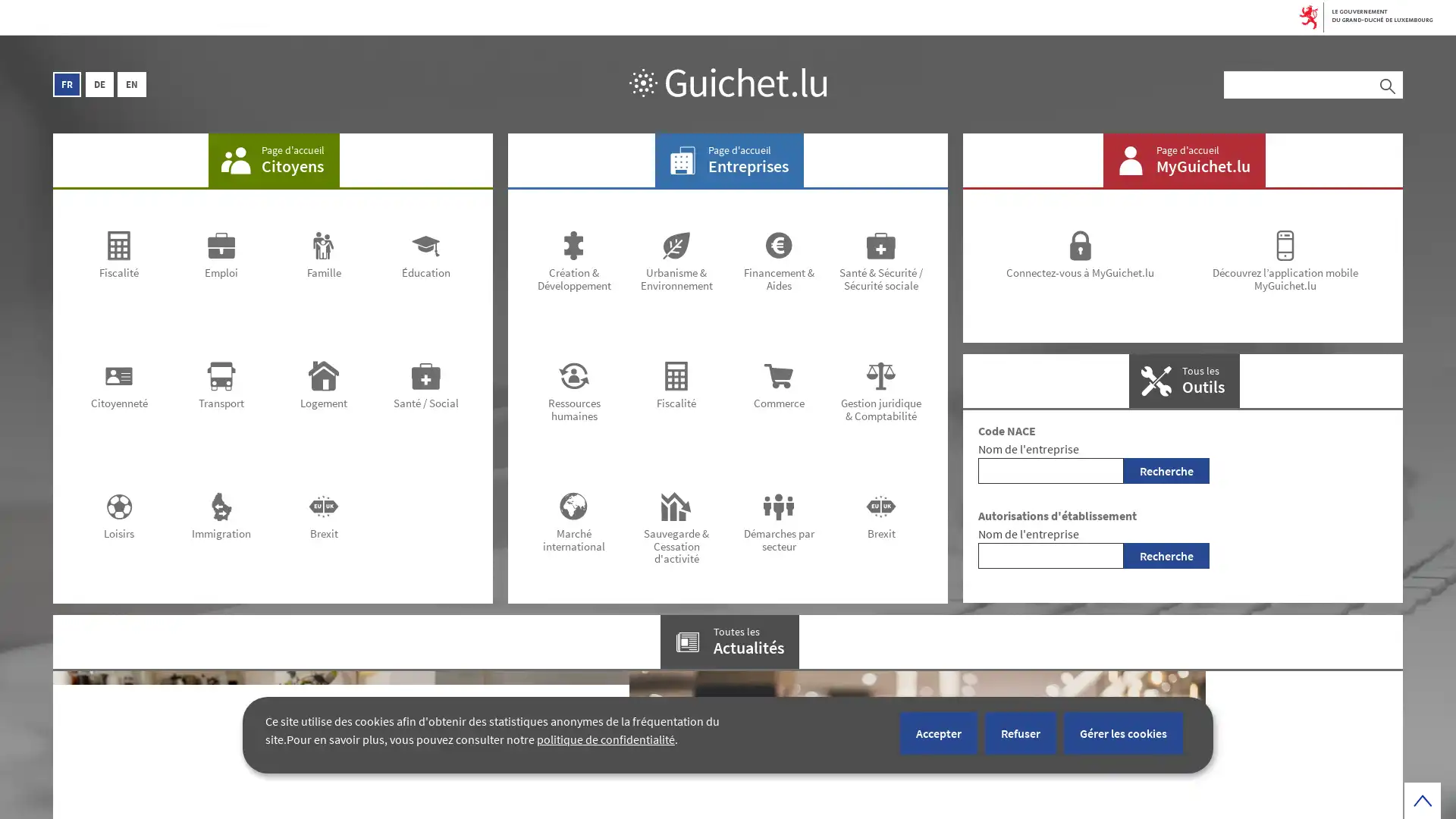 The image size is (1456, 819). What do you see at coordinates (938, 733) in the screenshot?
I see `Accepter` at bounding box center [938, 733].